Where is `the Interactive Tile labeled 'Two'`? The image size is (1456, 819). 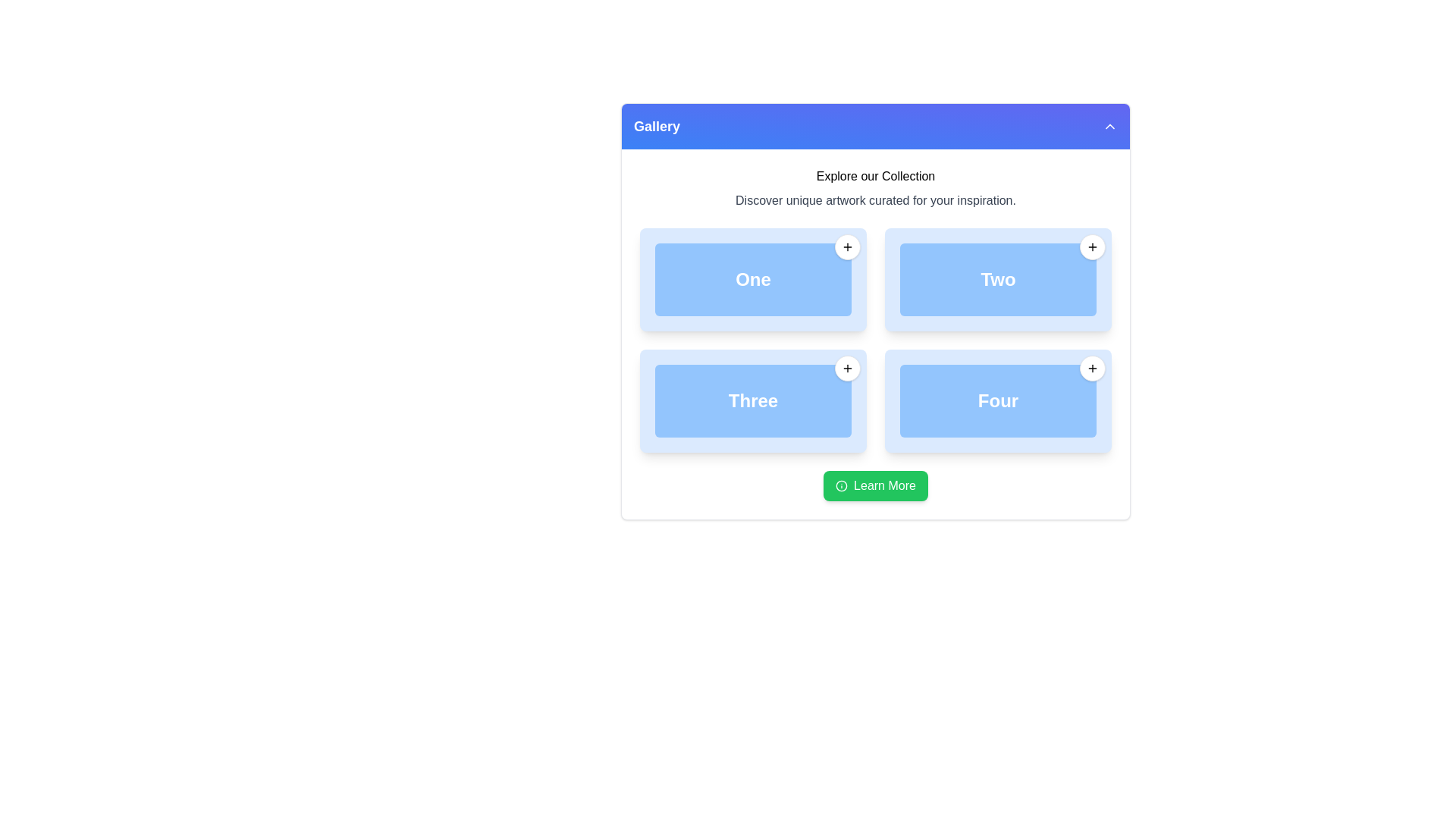 the Interactive Tile labeled 'Two' is located at coordinates (998, 280).